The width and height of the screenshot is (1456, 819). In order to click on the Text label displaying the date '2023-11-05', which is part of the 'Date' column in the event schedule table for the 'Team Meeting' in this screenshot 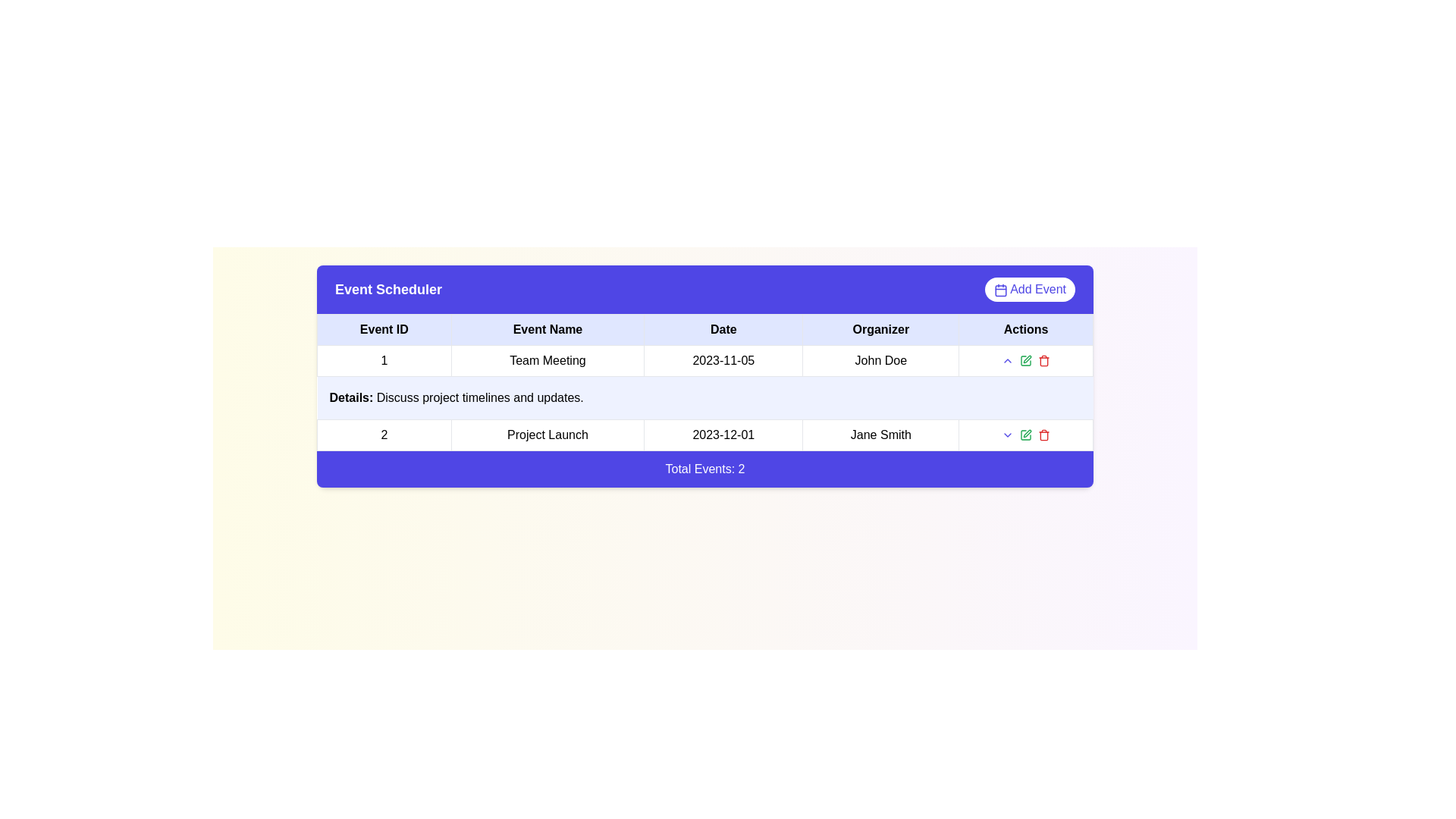, I will do `click(723, 360)`.